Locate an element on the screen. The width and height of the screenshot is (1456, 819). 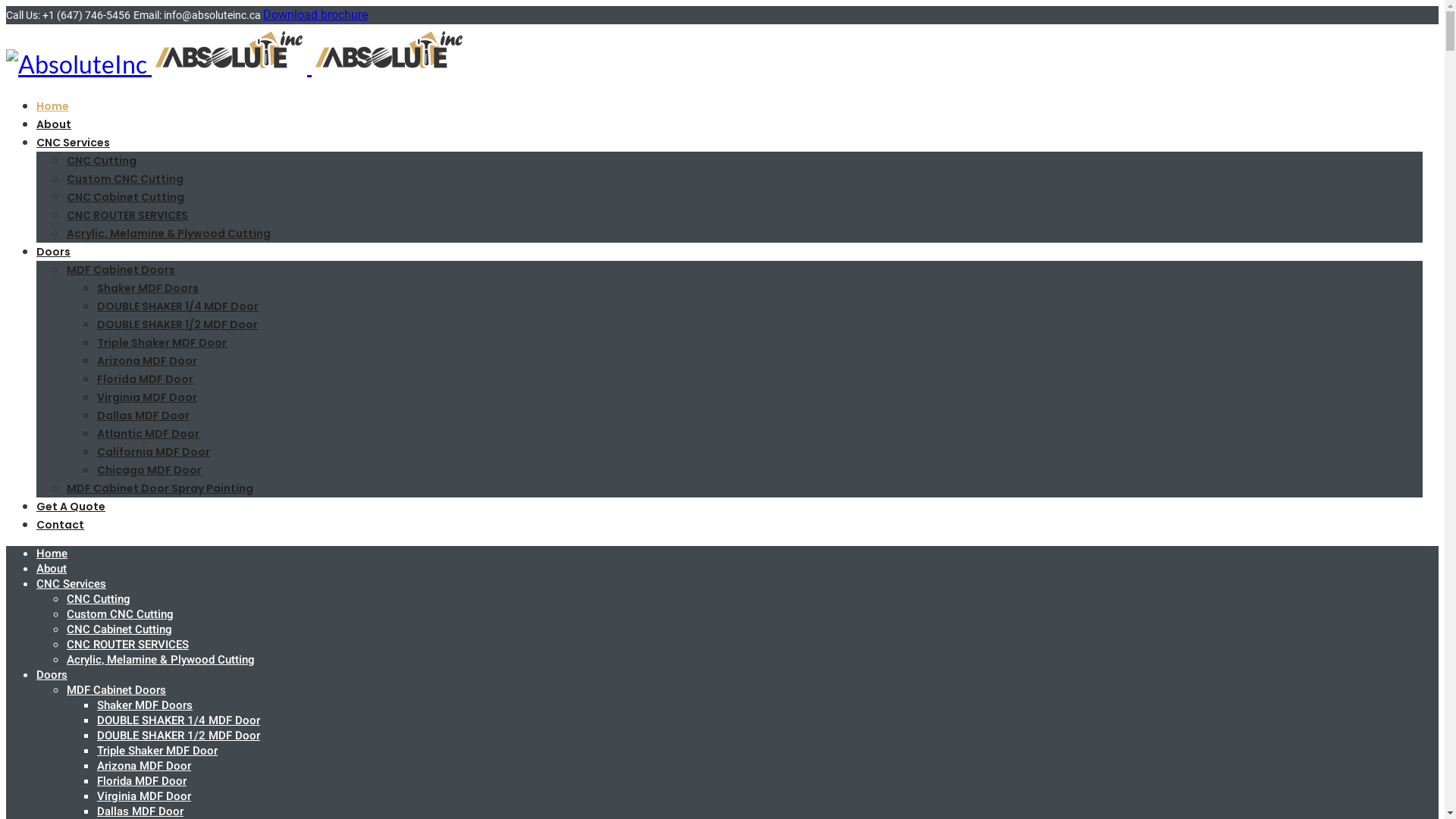
'CNC Cabinet Cutting' is located at coordinates (118, 629).